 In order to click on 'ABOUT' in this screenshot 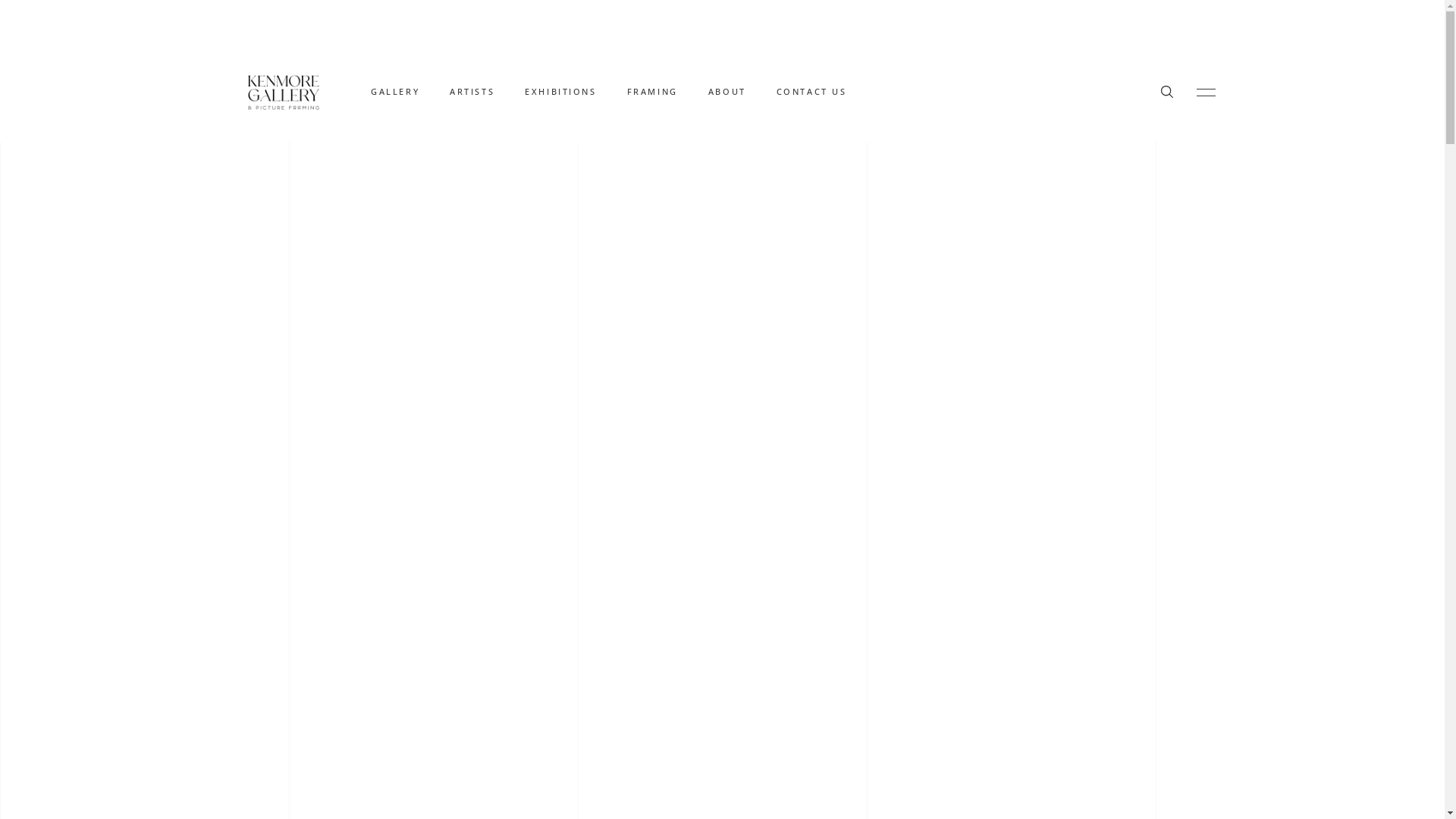, I will do `click(726, 91)`.